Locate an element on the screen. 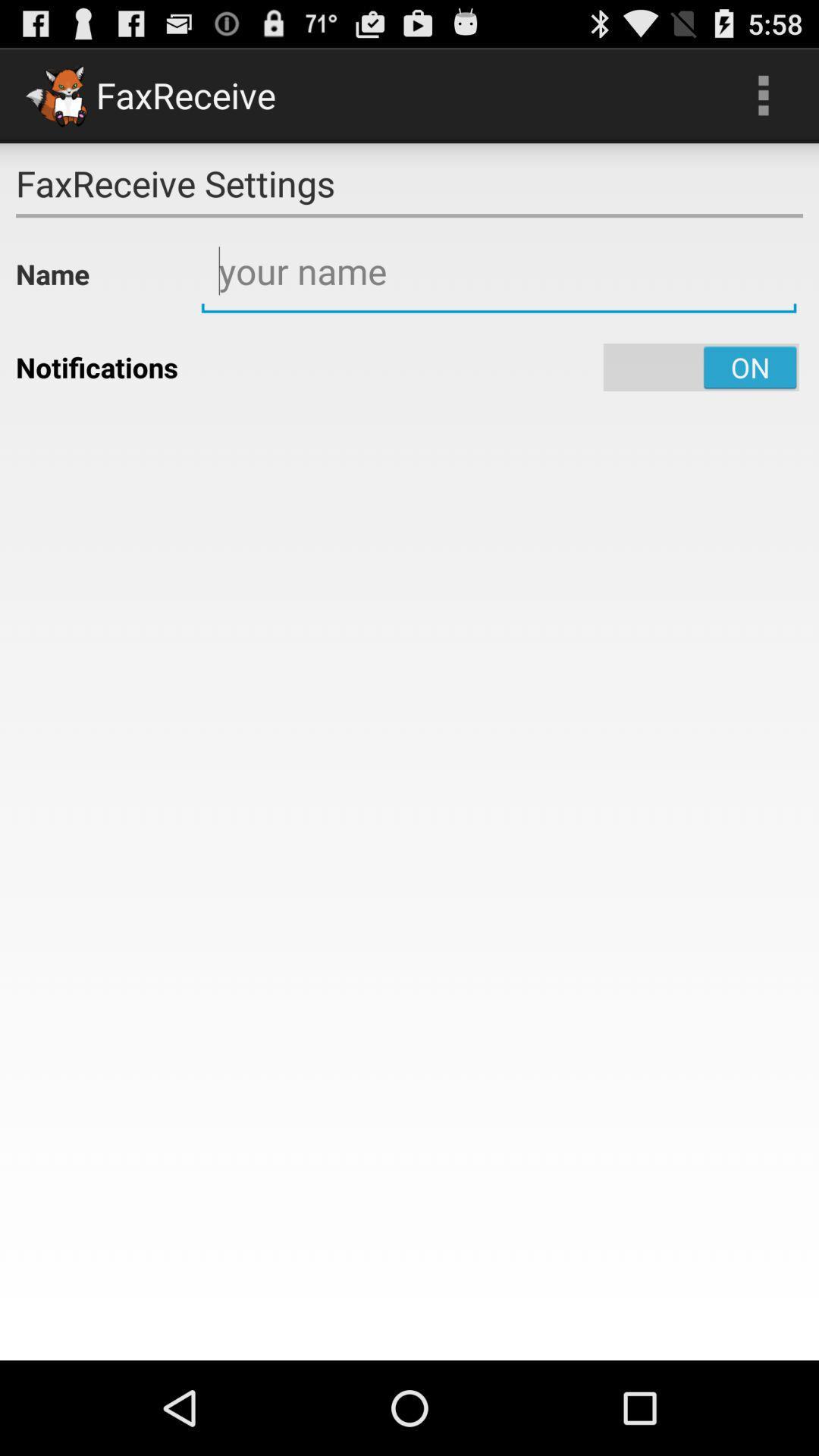 This screenshot has height=1456, width=819. your name is located at coordinates (499, 271).